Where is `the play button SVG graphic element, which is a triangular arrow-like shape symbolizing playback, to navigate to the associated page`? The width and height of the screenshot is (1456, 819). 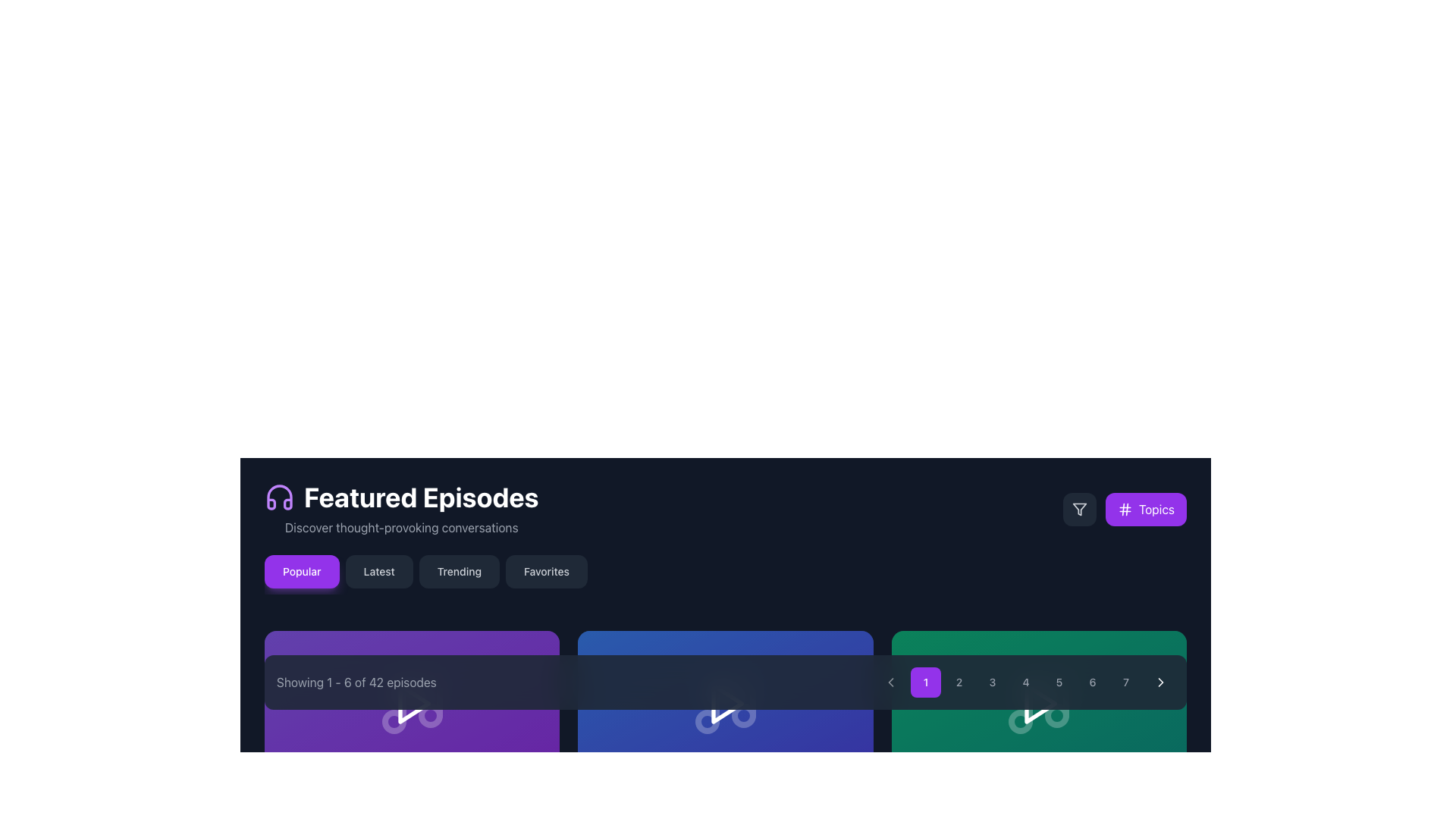
the play button SVG graphic element, which is a triangular arrow-like shape symbolizing playback, to navigate to the associated page is located at coordinates (1040, 704).